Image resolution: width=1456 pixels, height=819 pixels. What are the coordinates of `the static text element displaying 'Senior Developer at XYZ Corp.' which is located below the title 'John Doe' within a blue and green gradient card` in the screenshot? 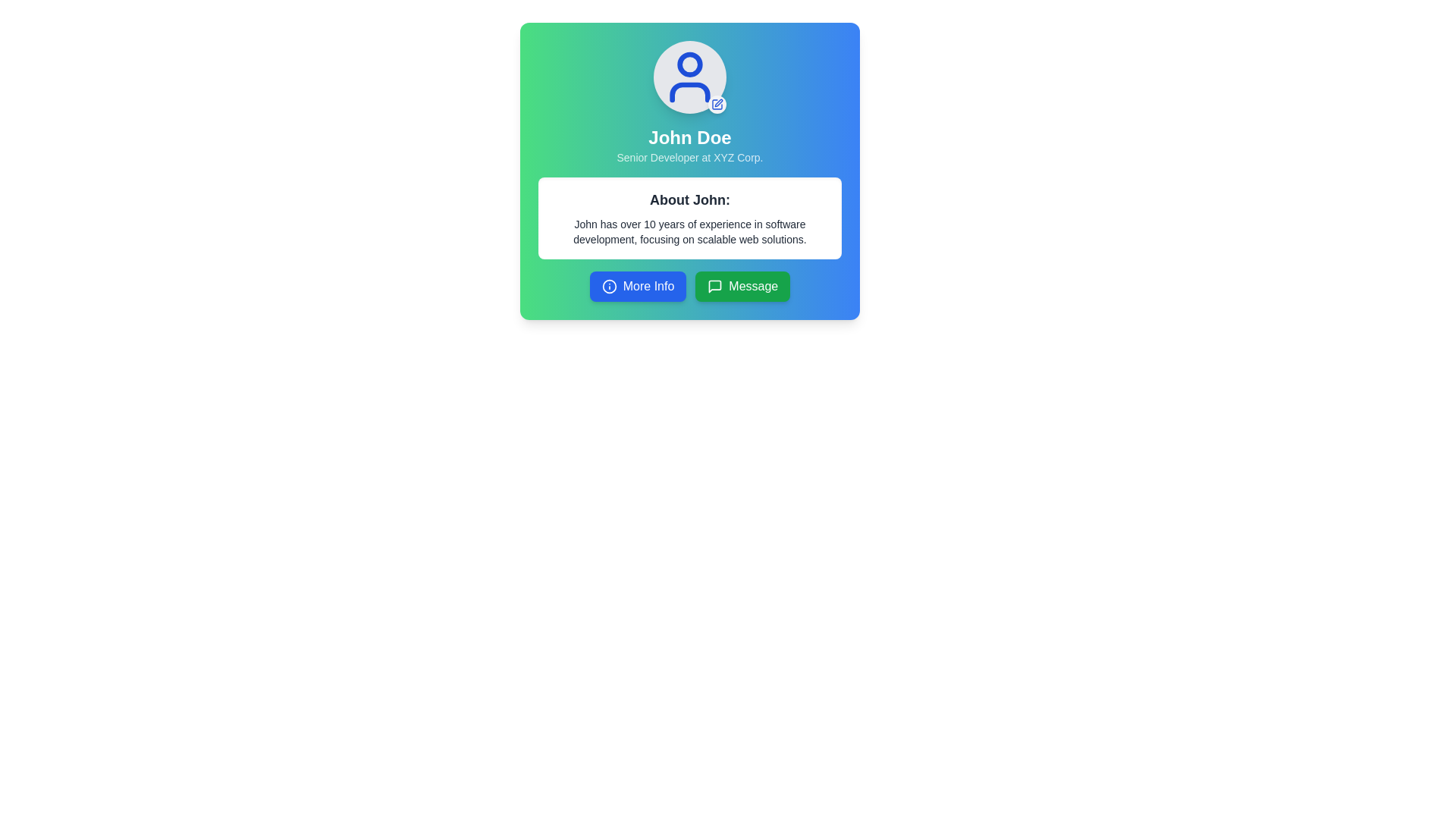 It's located at (689, 158).